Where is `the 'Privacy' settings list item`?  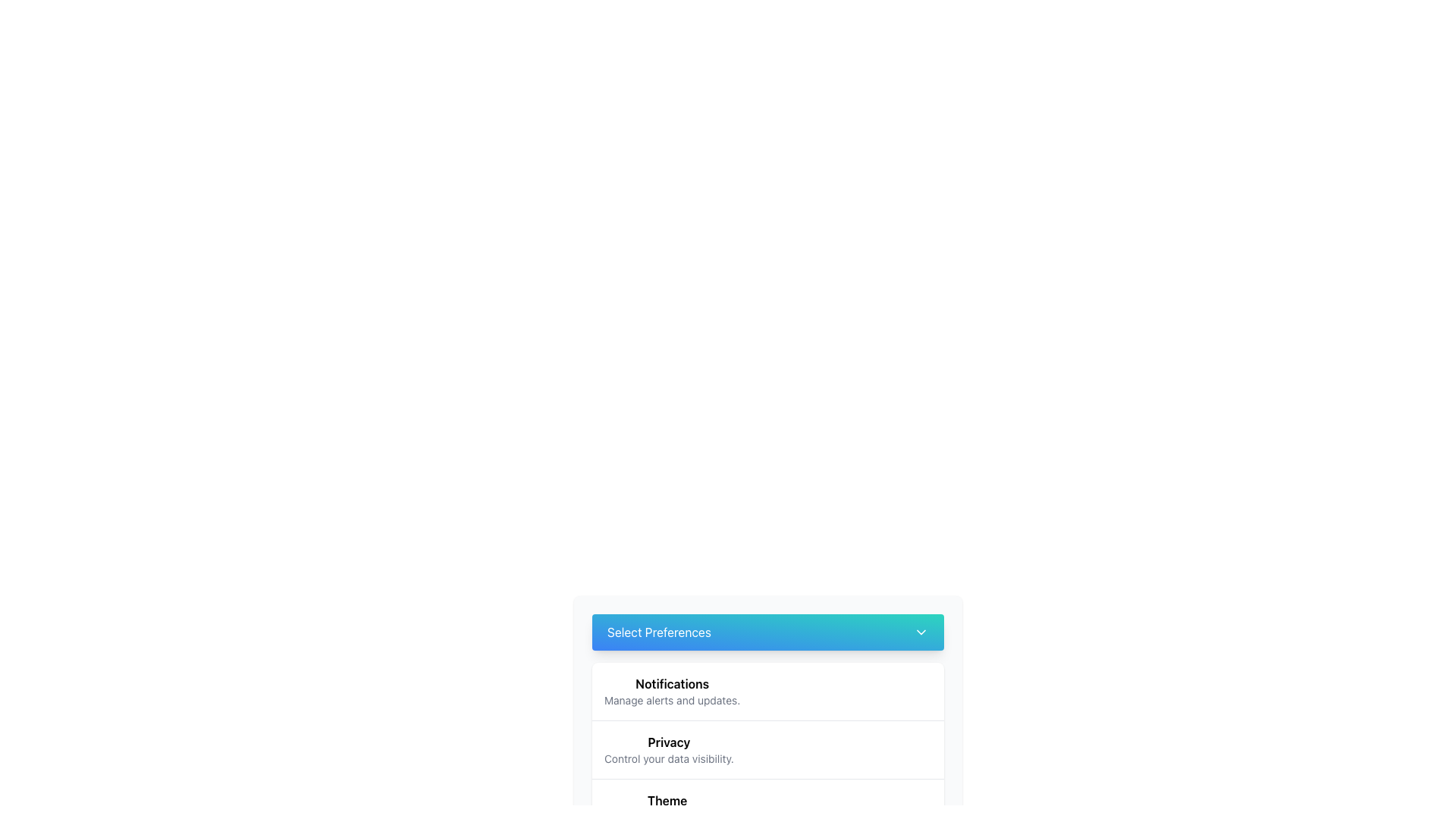 the 'Privacy' settings list item is located at coordinates (668, 748).